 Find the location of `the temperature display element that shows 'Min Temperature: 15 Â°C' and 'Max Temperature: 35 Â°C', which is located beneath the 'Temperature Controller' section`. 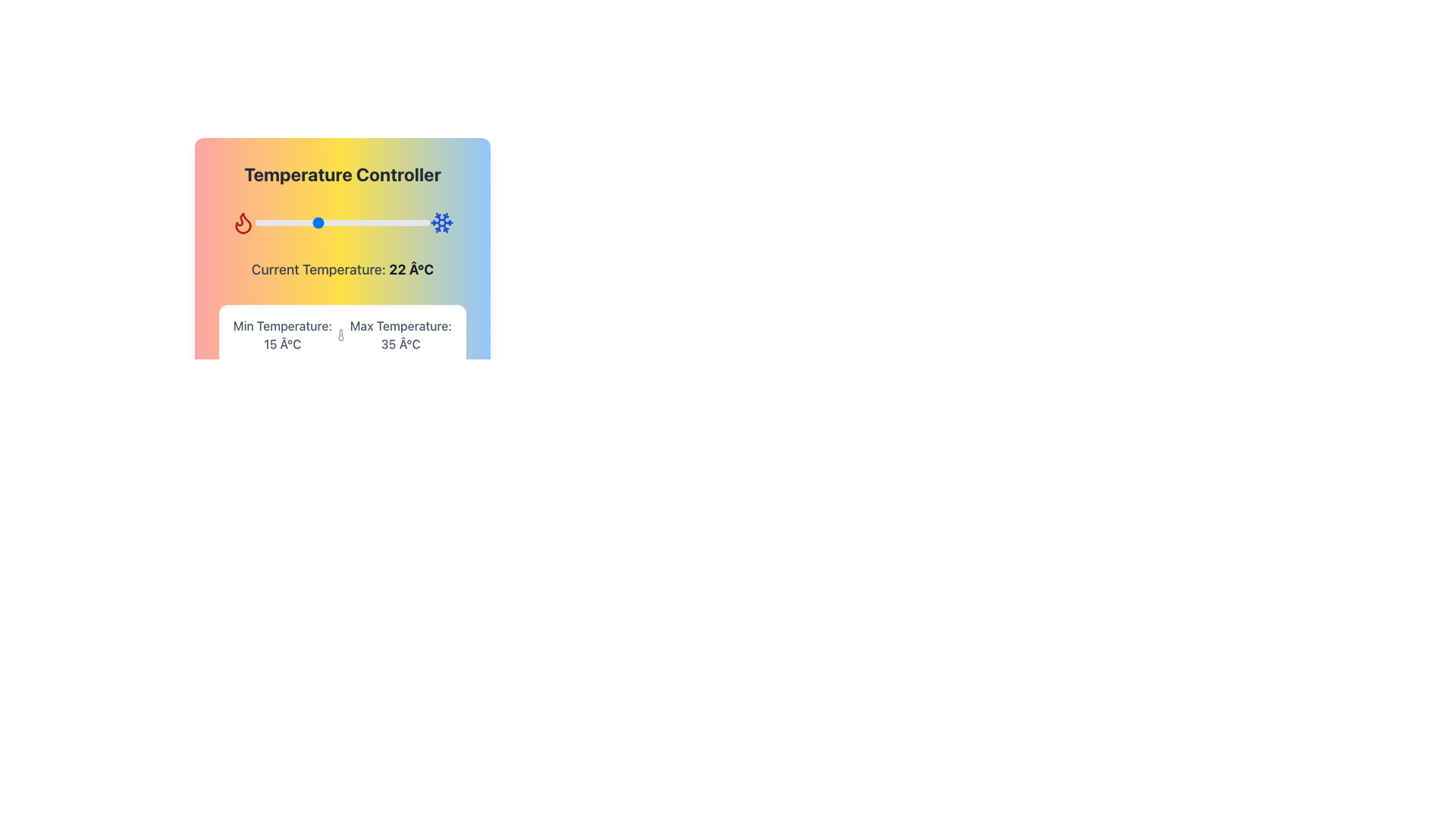

the temperature display element that shows 'Min Temperature: 15 Â°C' and 'Max Temperature: 35 Â°C', which is located beneath the 'Temperature Controller' section is located at coordinates (341, 334).